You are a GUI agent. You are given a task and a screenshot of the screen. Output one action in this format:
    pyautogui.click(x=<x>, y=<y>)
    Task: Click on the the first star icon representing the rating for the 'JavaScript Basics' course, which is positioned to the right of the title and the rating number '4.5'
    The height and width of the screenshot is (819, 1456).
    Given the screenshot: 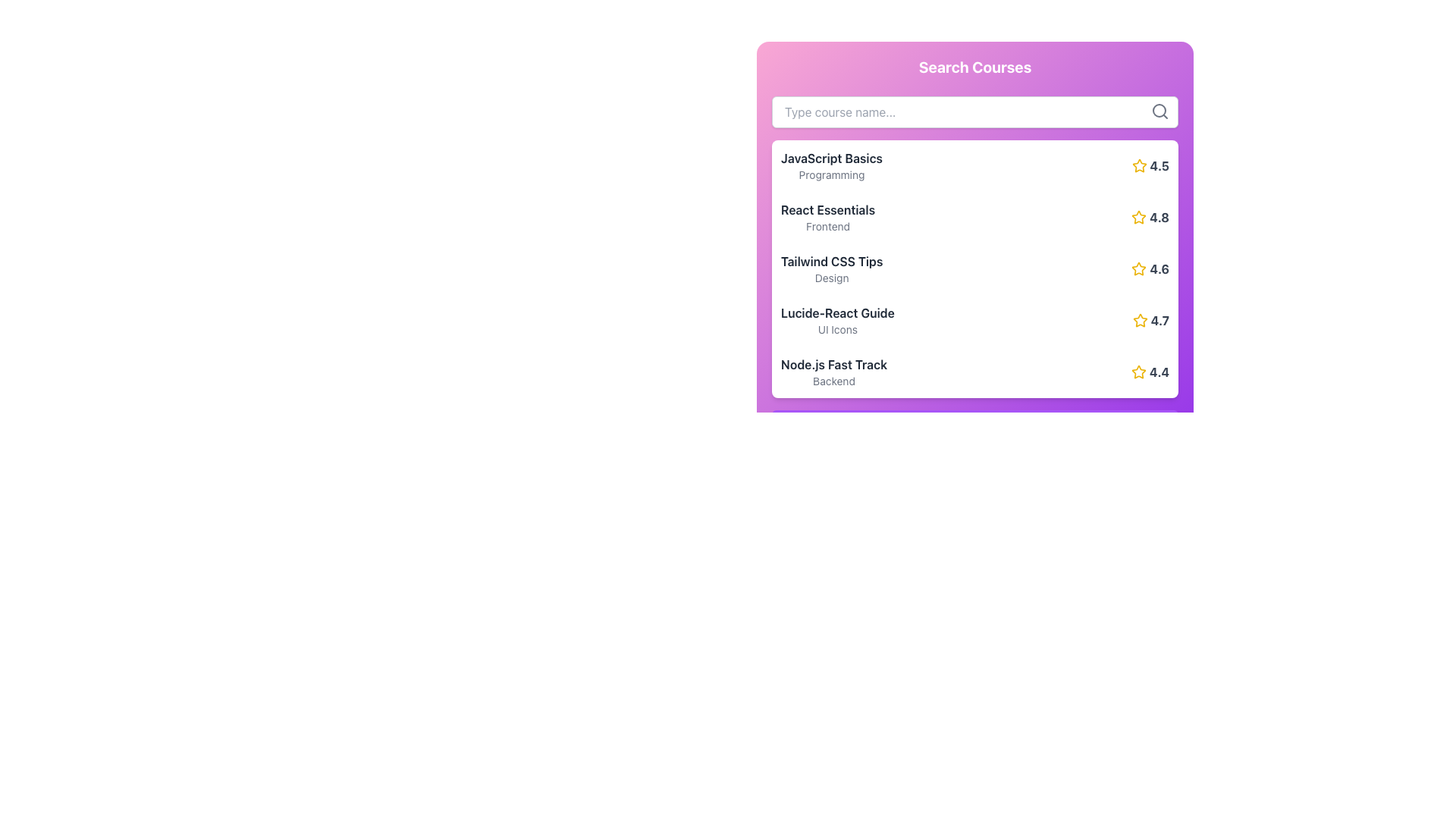 What is the action you would take?
    pyautogui.click(x=1139, y=165)
    